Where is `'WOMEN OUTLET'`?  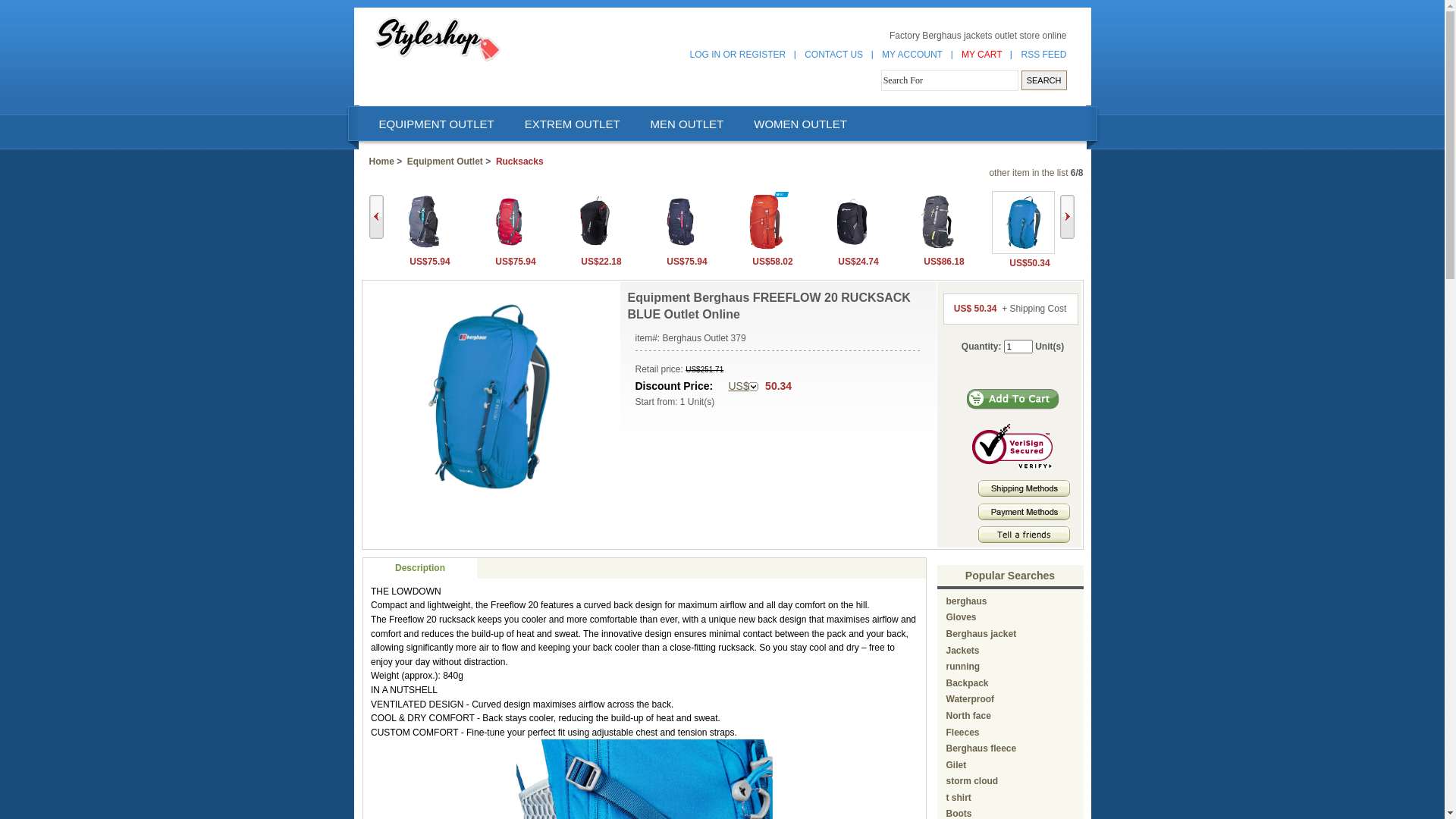 'WOMEN OUTLET' is located at coordinates (799, 123).